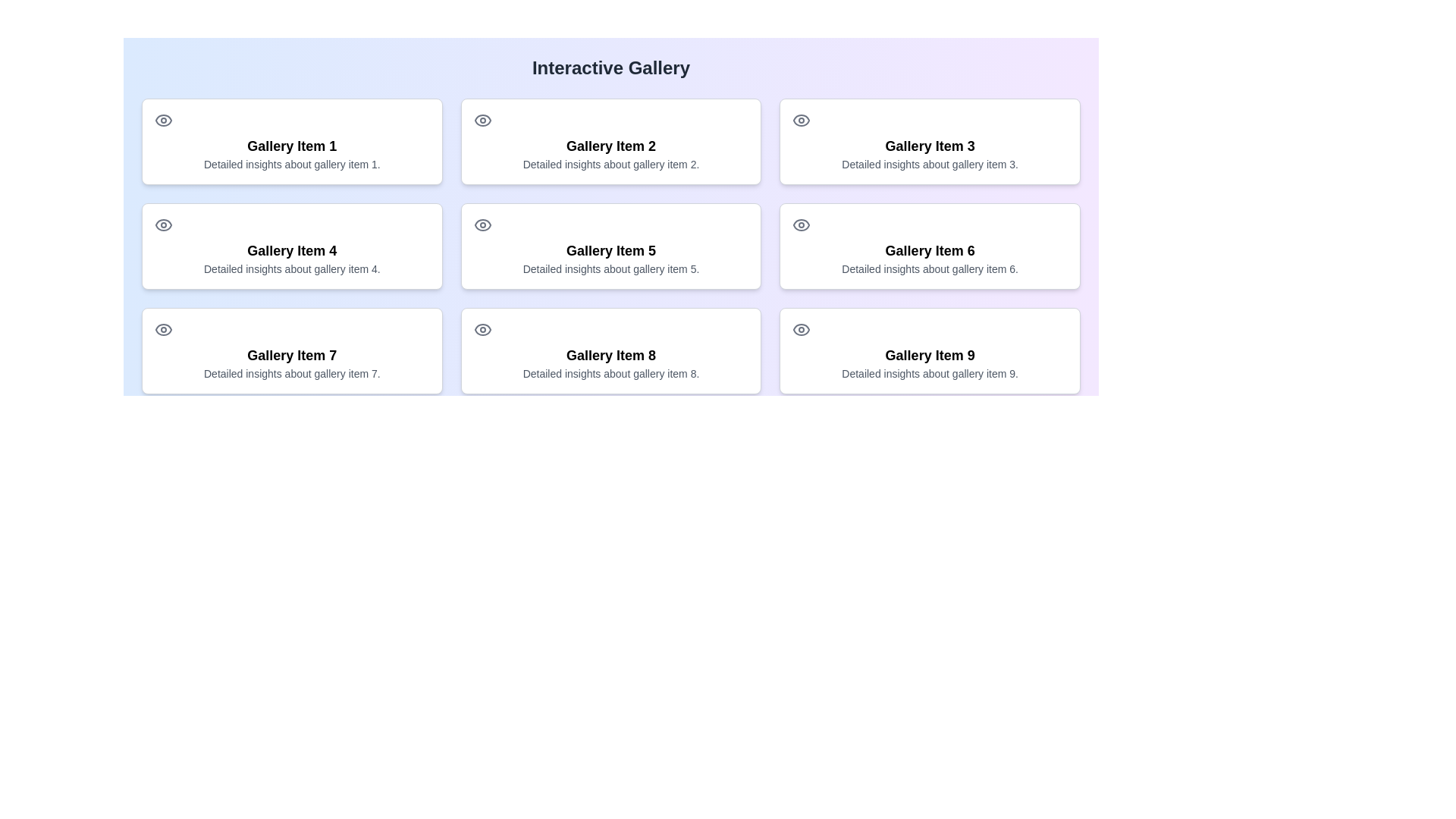 The height and width of the screenshot is (819, 1456). Describe the element at coordinates (929, 268) in the screenshot. I see `the text element that provides detailed insights about gallery item 6, located beneath the title 'Gallery Item 6' in the middle column of the second row of the gallery grid` at that location.